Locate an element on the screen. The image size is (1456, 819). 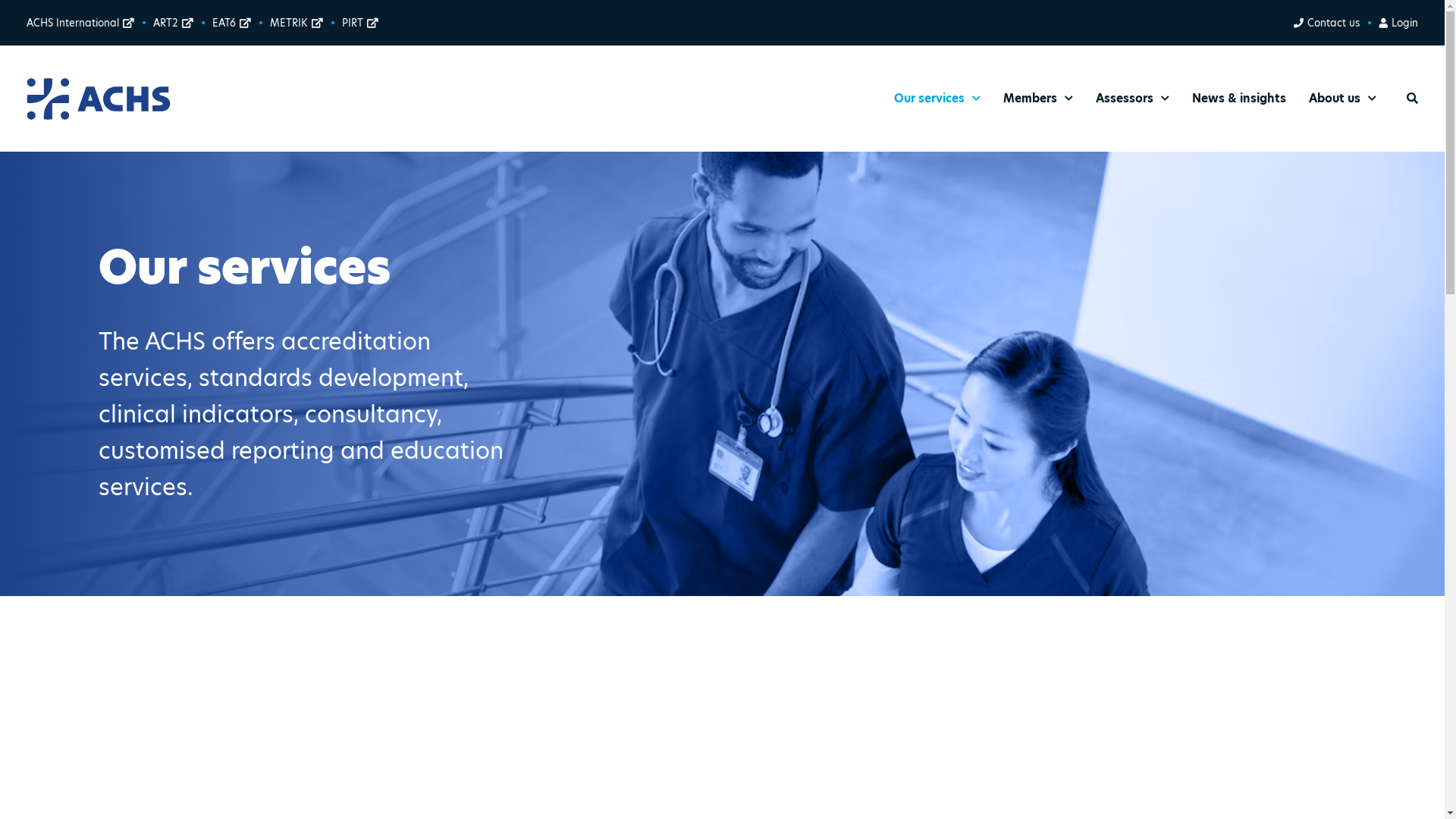
'EAT6' is located at coordinates (231, 23).